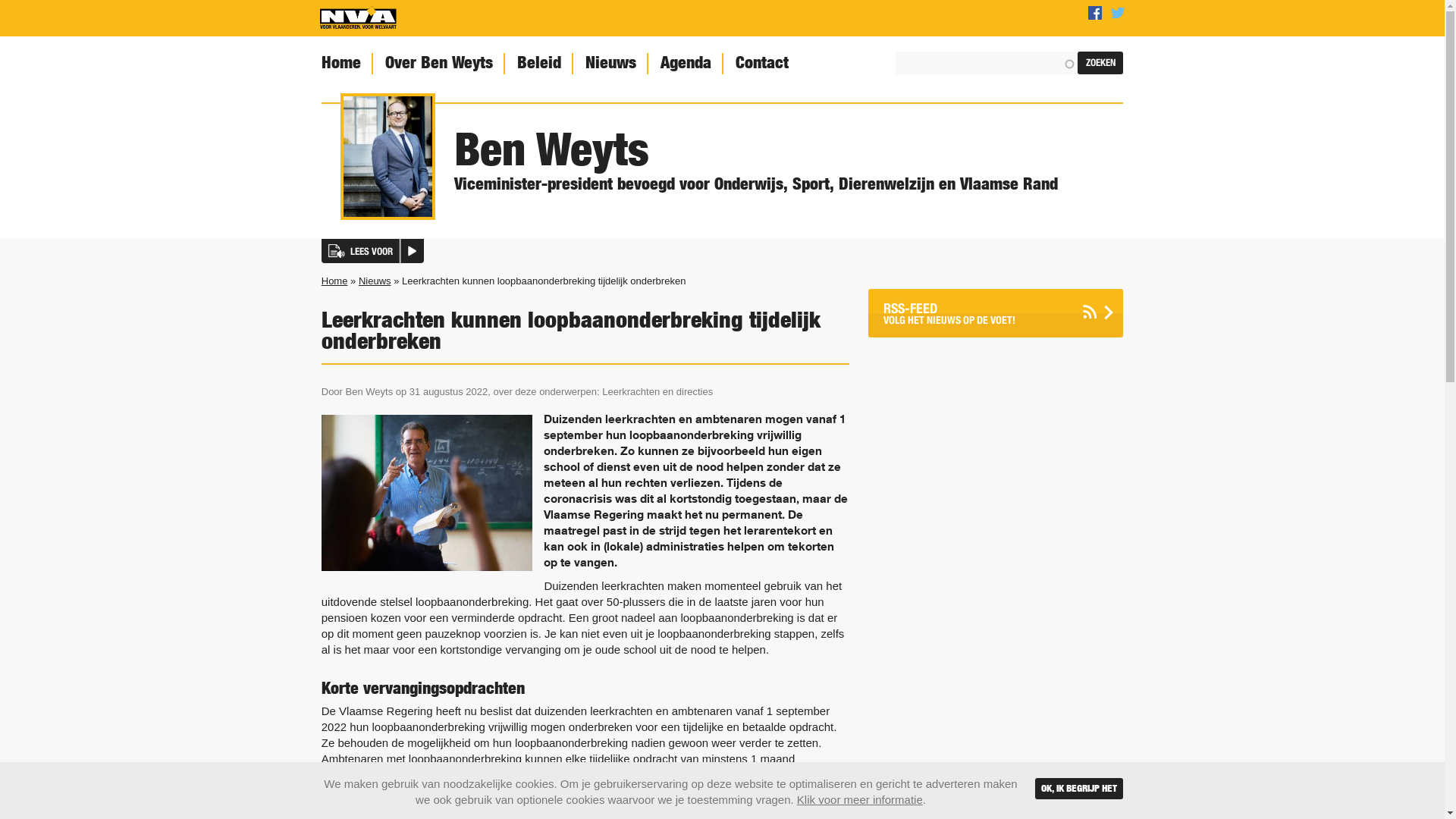 The width and height of the screenshot is (1456, 819). I want to click on 'Home', so click(356, 17).